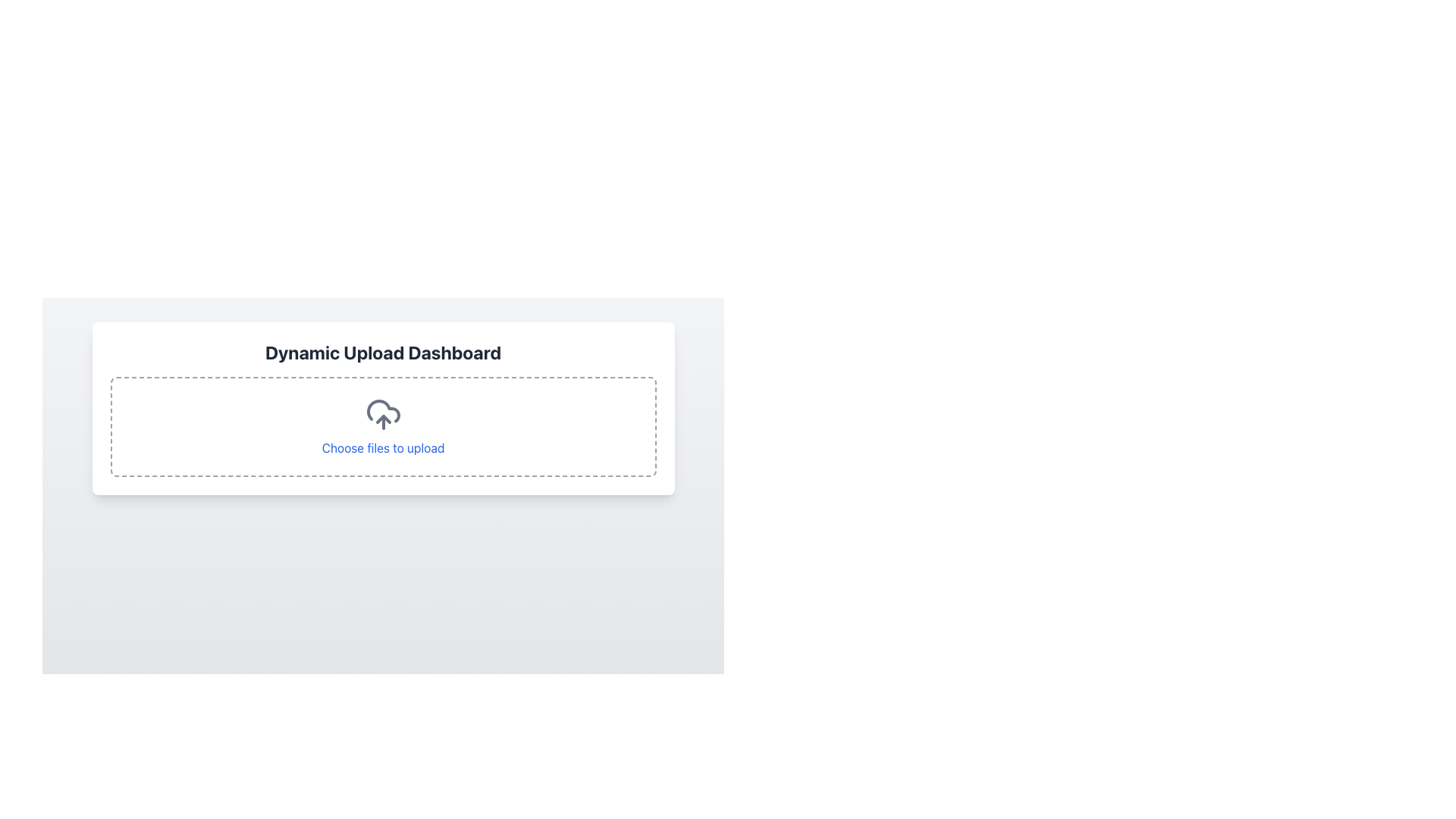 This screenshot has width=1456, height=819. Describe the element at coordinates (383, 408) in the screenshot. I see `the file upload interface section, which is centrally located on the page and prompts users to select files for upload` at that location.